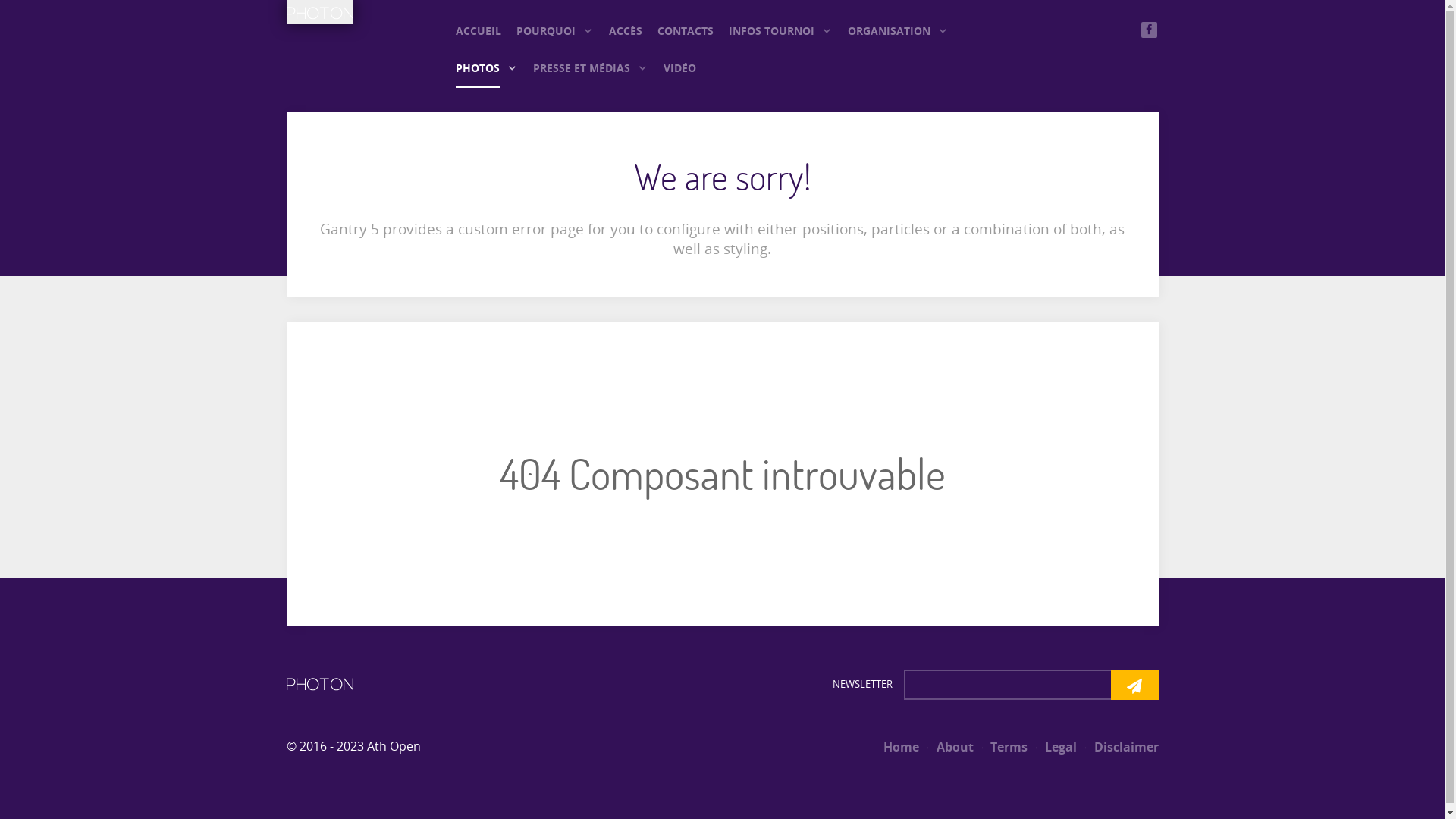  I want to click on 'Home', so click(901, 745).